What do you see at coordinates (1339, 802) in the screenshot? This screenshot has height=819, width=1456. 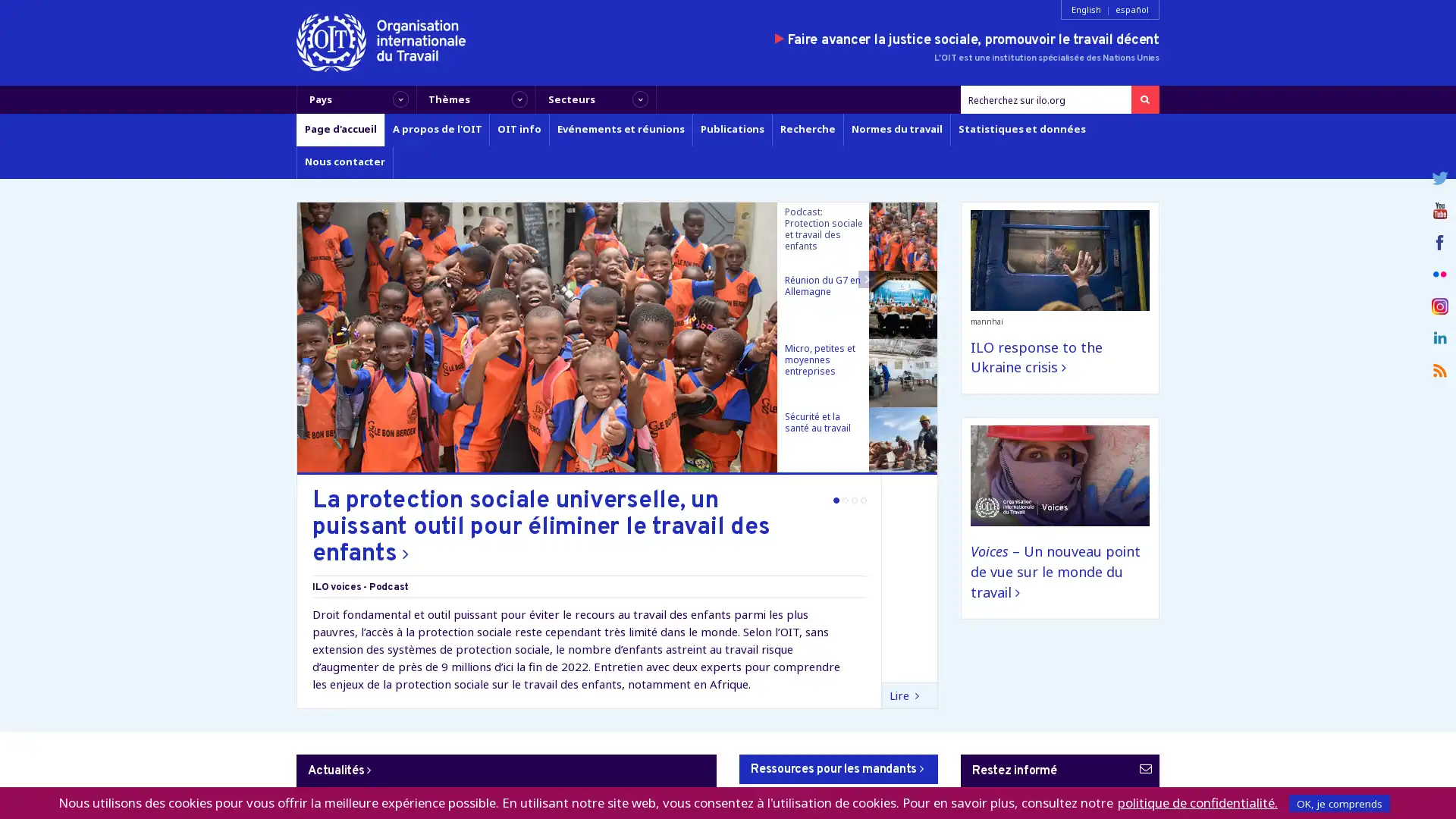 I see `OK, je comprends` at bounding box center [1339, 802].